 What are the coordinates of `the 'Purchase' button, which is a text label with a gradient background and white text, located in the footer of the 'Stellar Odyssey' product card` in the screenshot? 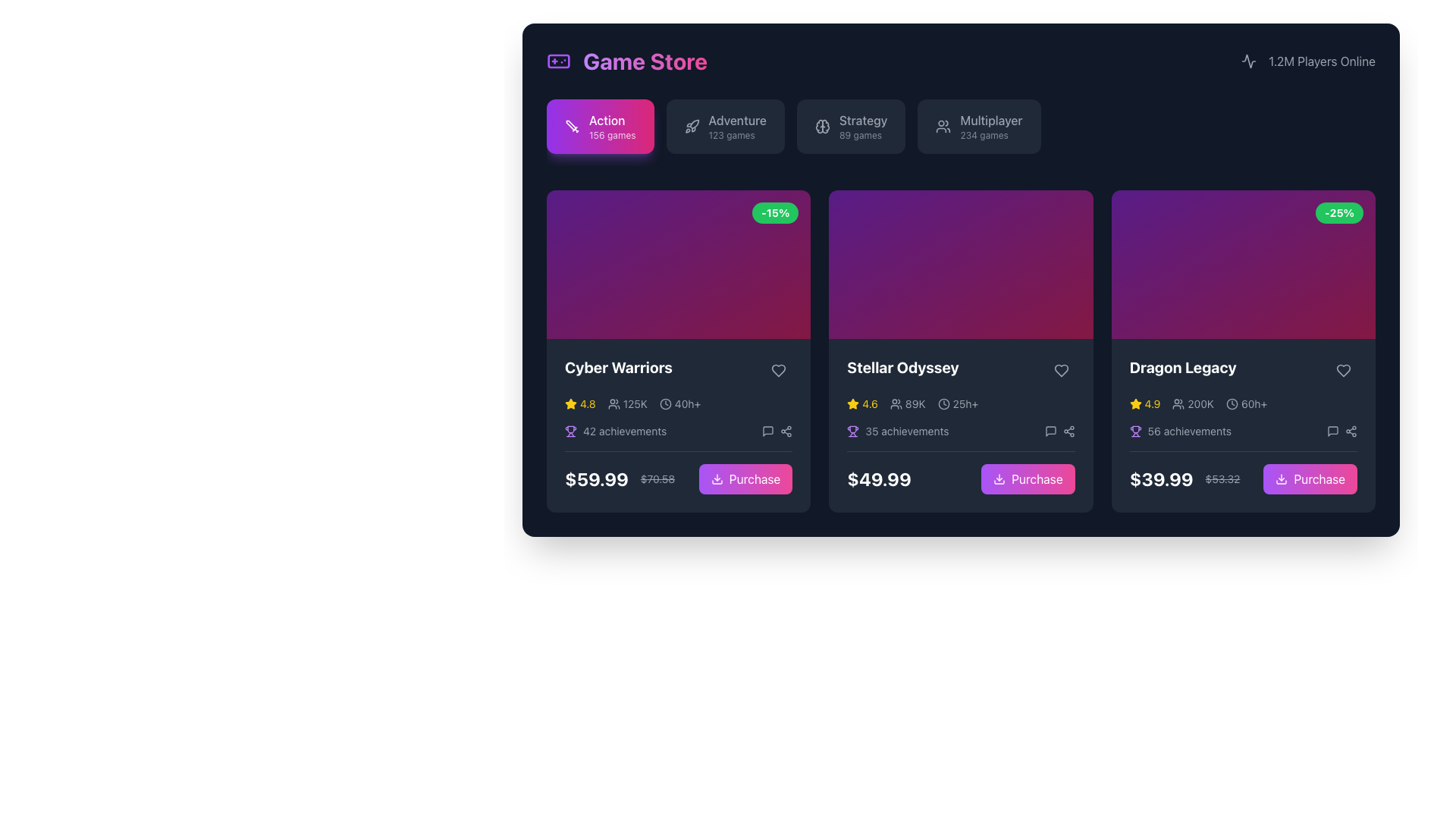 It's located at (1036, 479).